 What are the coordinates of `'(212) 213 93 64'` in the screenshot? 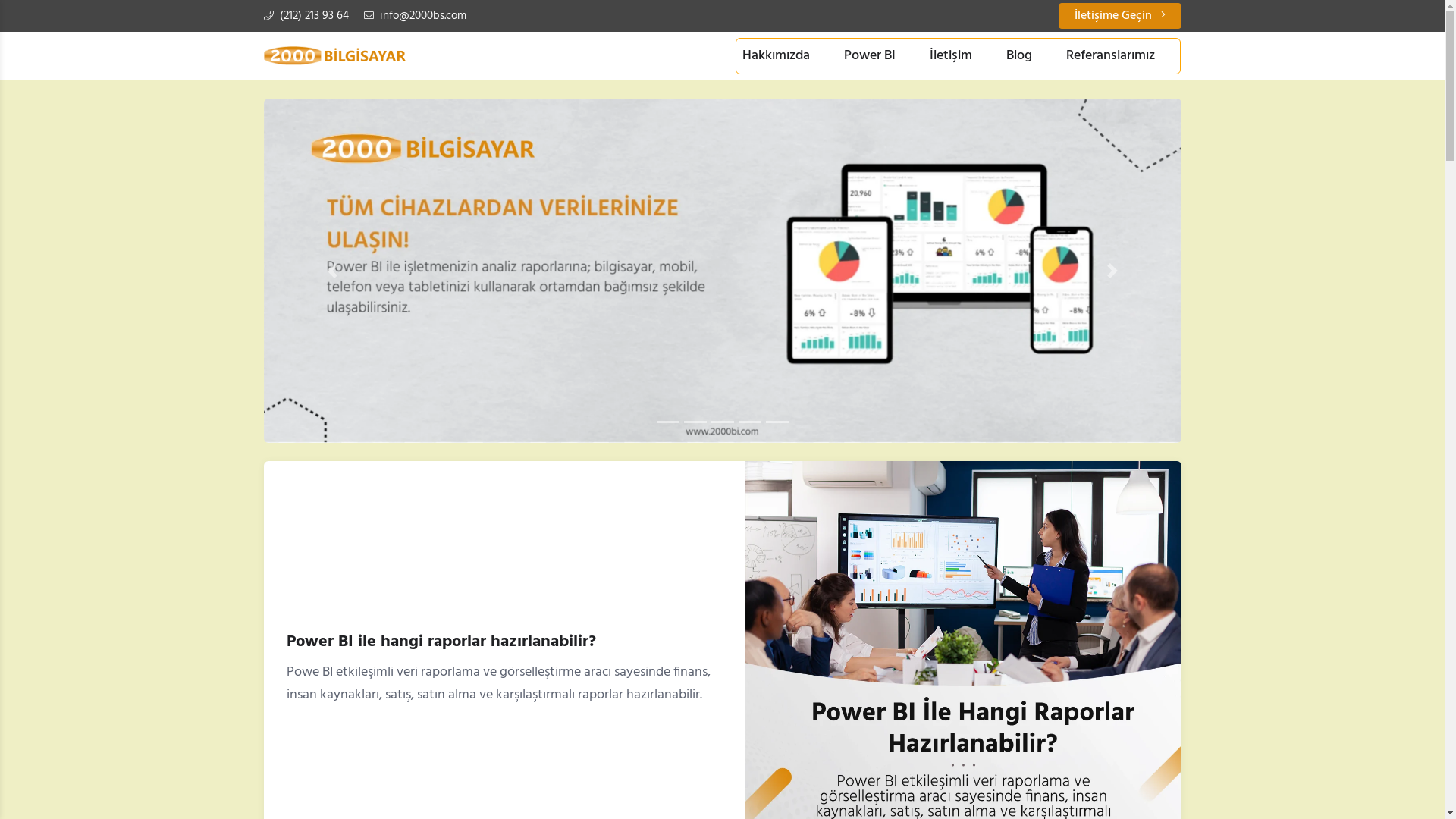 It's located at (305, 15).